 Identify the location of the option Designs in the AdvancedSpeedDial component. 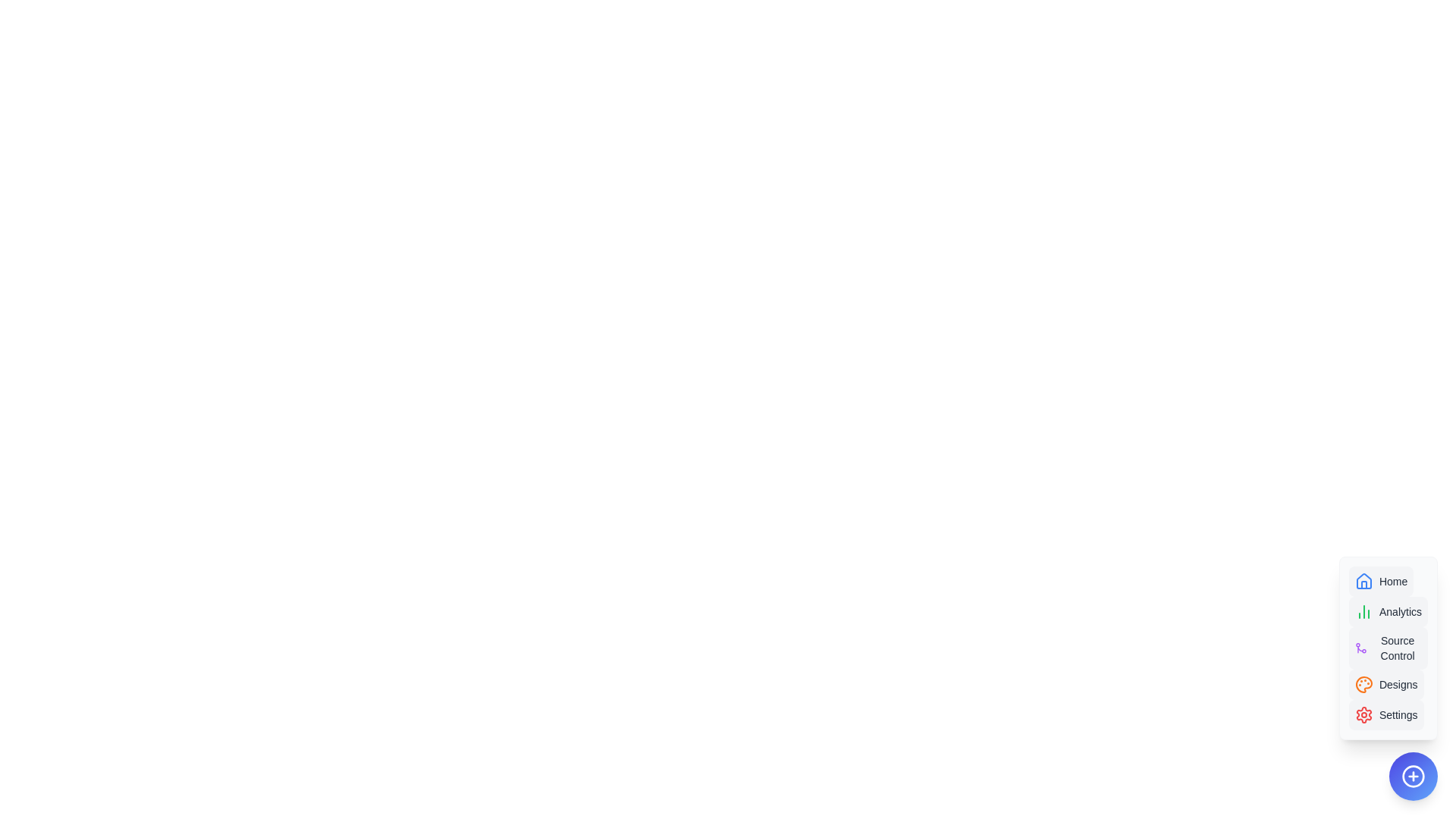
(1386, 684).